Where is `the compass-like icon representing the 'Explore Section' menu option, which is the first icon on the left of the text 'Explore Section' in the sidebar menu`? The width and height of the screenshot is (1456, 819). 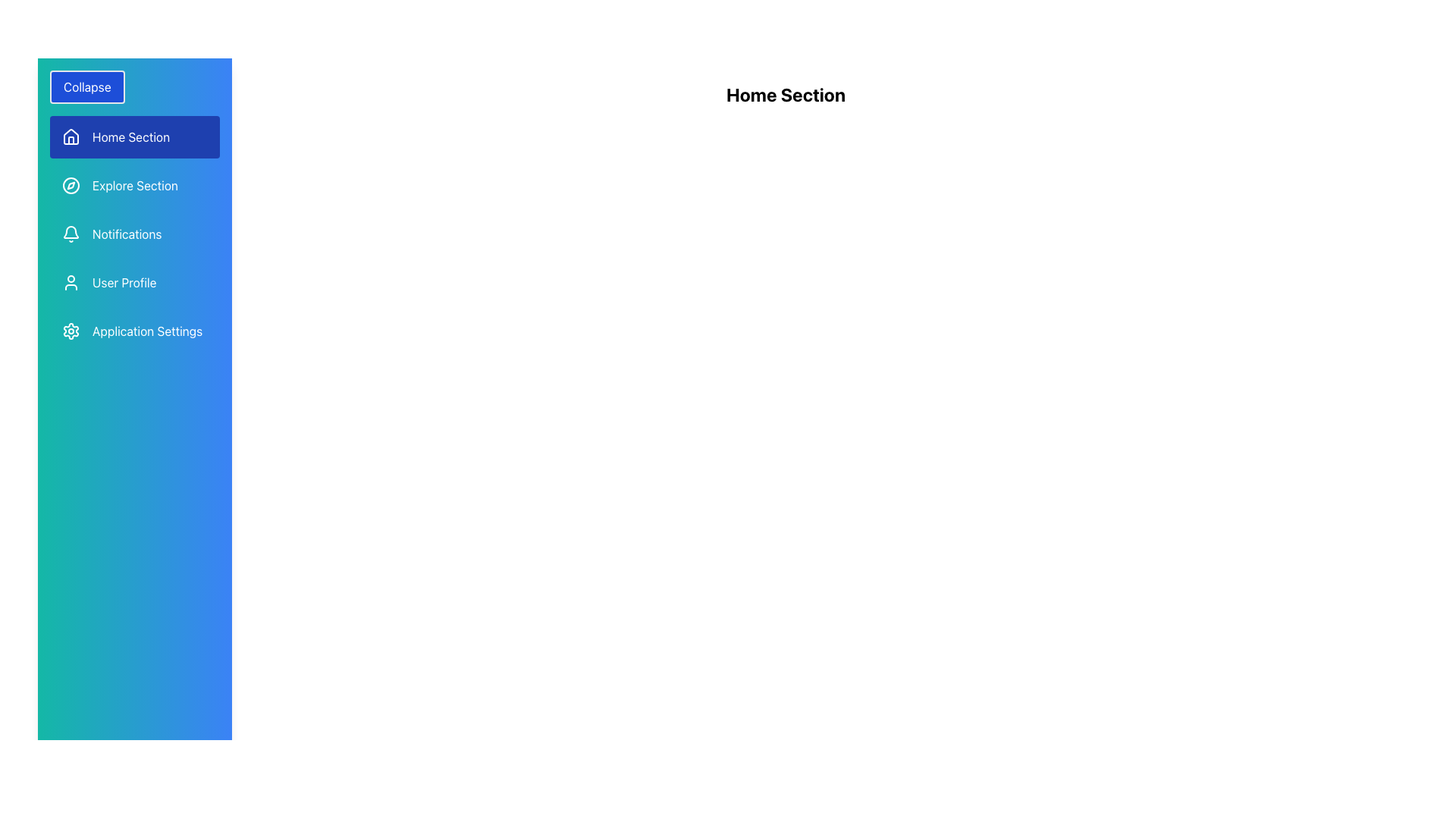 the compass-like icon representing the 'Explore Section' menu option, which is the first icon on the left of the text 'Explore Section' in the sidebar menu is located at coordinates (71, 185).